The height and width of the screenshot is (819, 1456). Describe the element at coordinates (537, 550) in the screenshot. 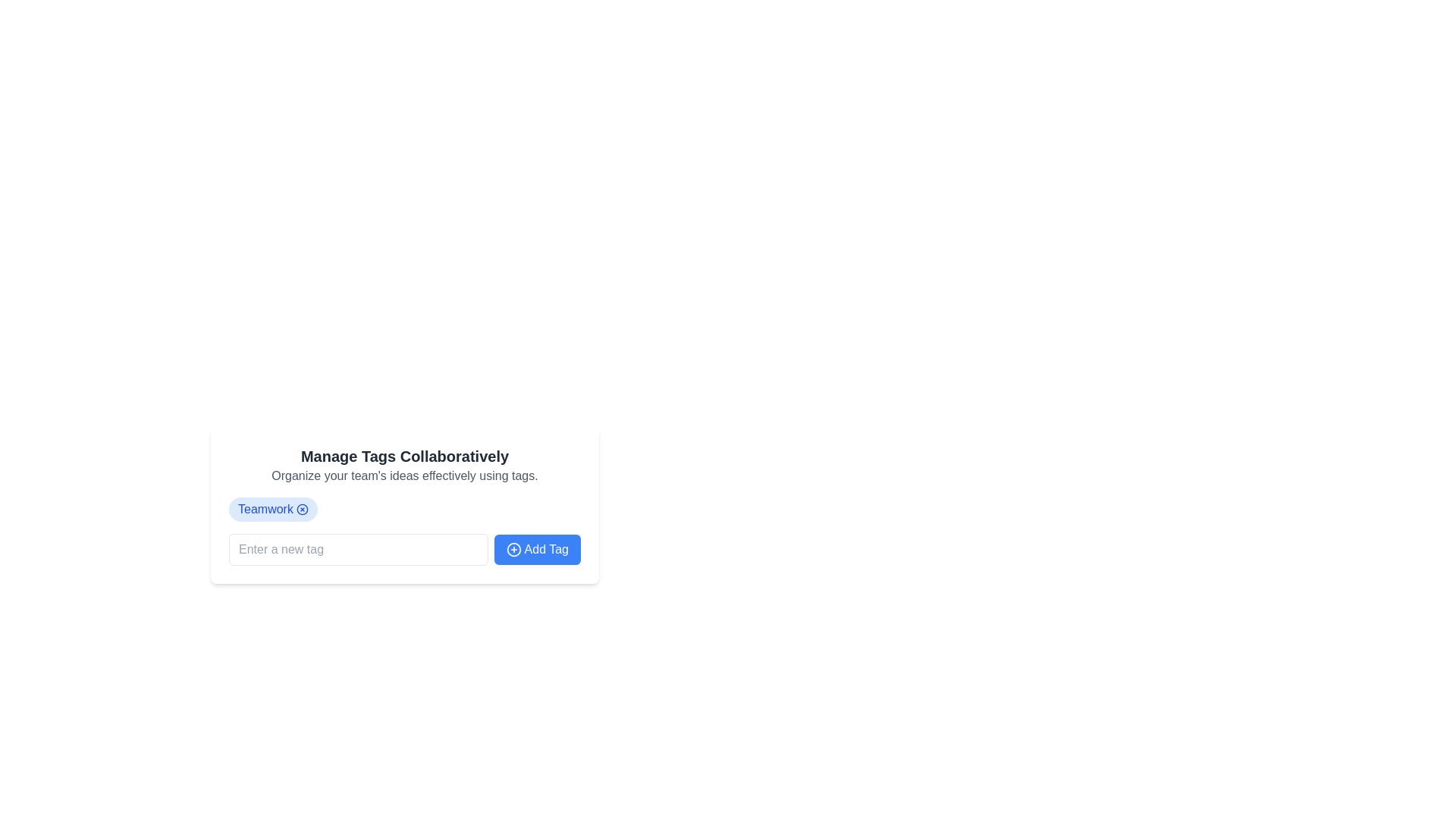

I see `the blue rectangular 'Add Tag' button with a white text label and circular plus icon` at that location.